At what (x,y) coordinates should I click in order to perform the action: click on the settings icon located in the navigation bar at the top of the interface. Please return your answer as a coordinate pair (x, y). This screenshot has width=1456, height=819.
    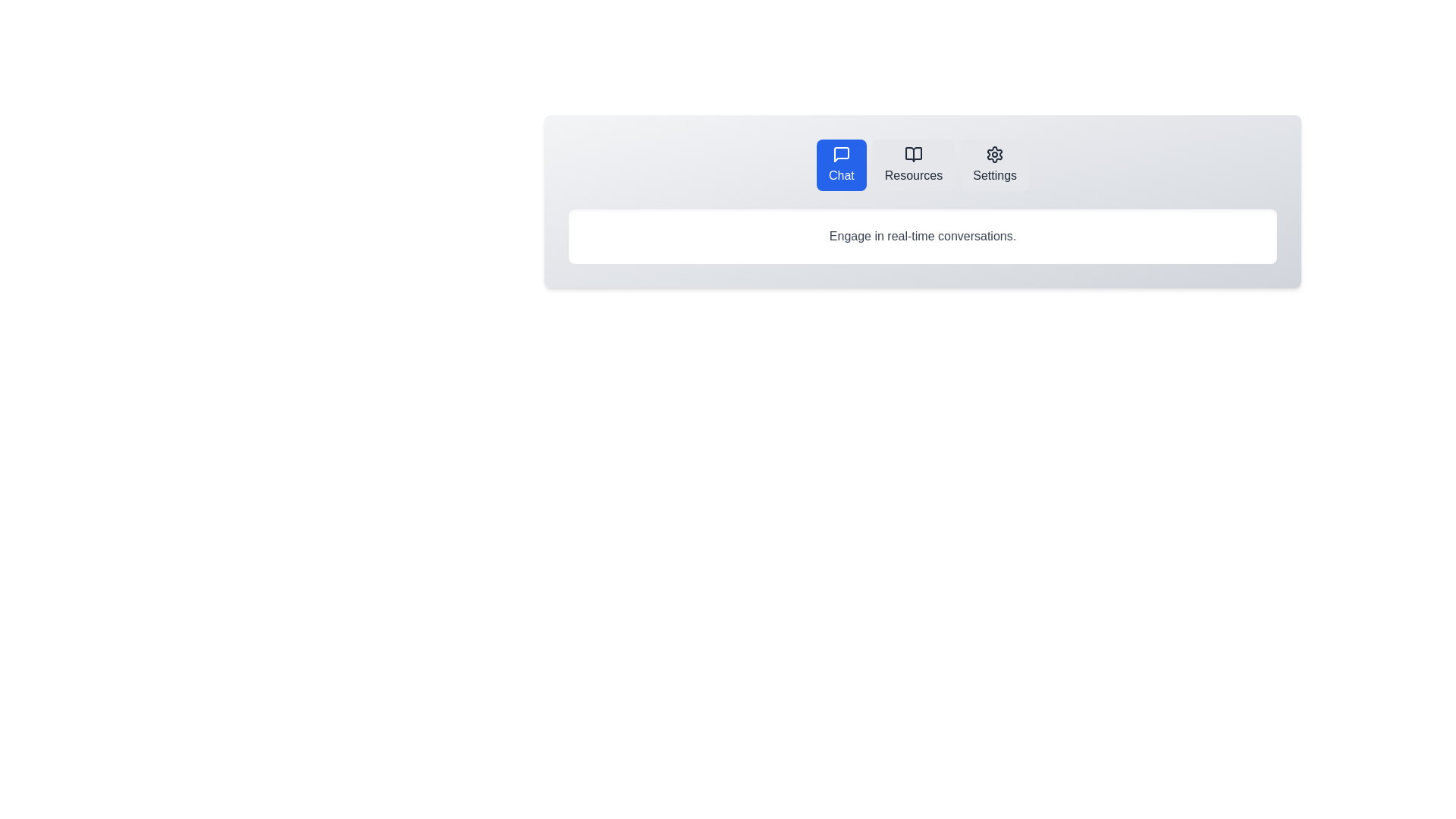
    Looking at the image, I should click on (995, 155).